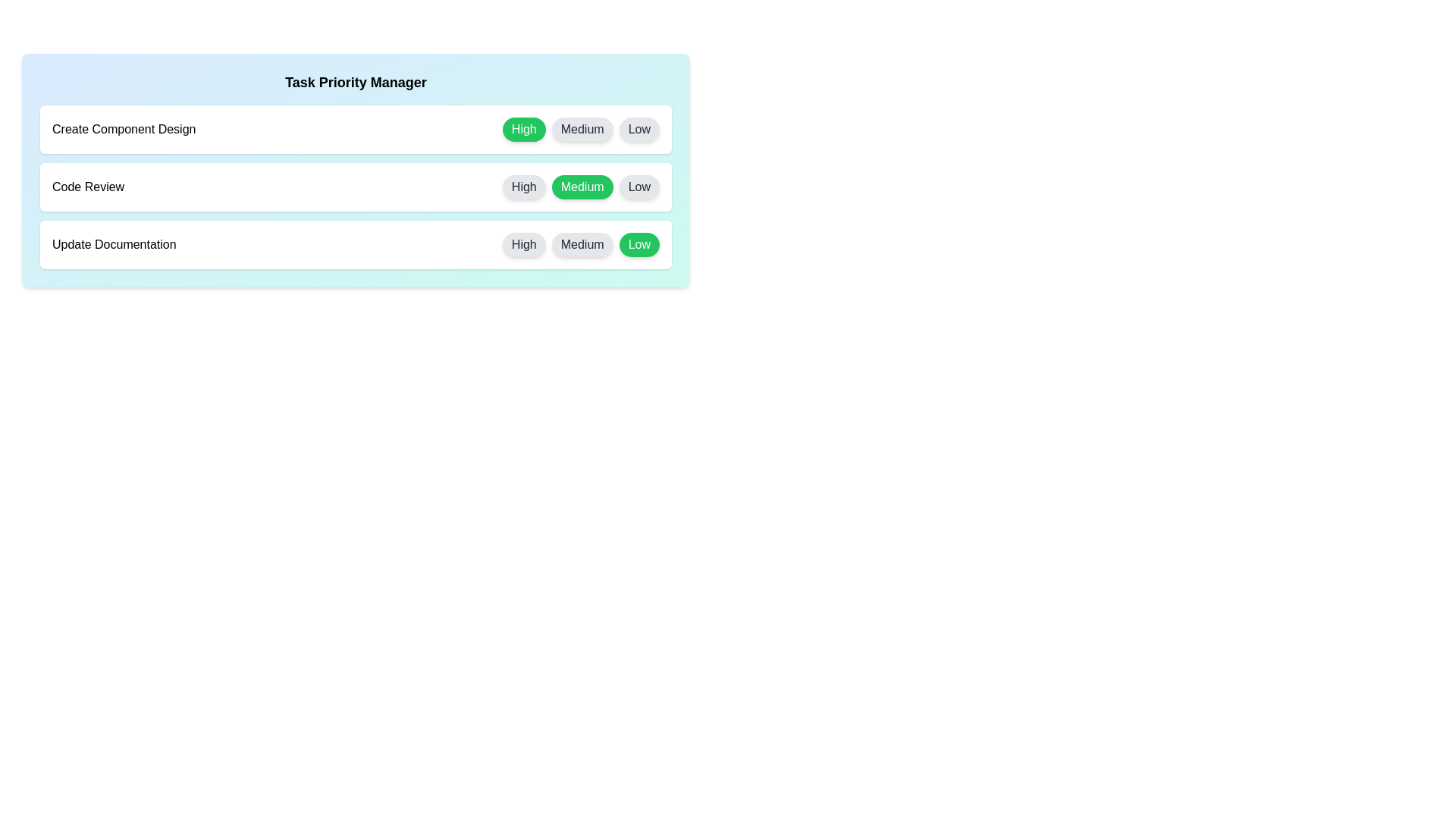  I want to click on the Medium button for the task 'Code Review' to set its priority, so click(582, 186).